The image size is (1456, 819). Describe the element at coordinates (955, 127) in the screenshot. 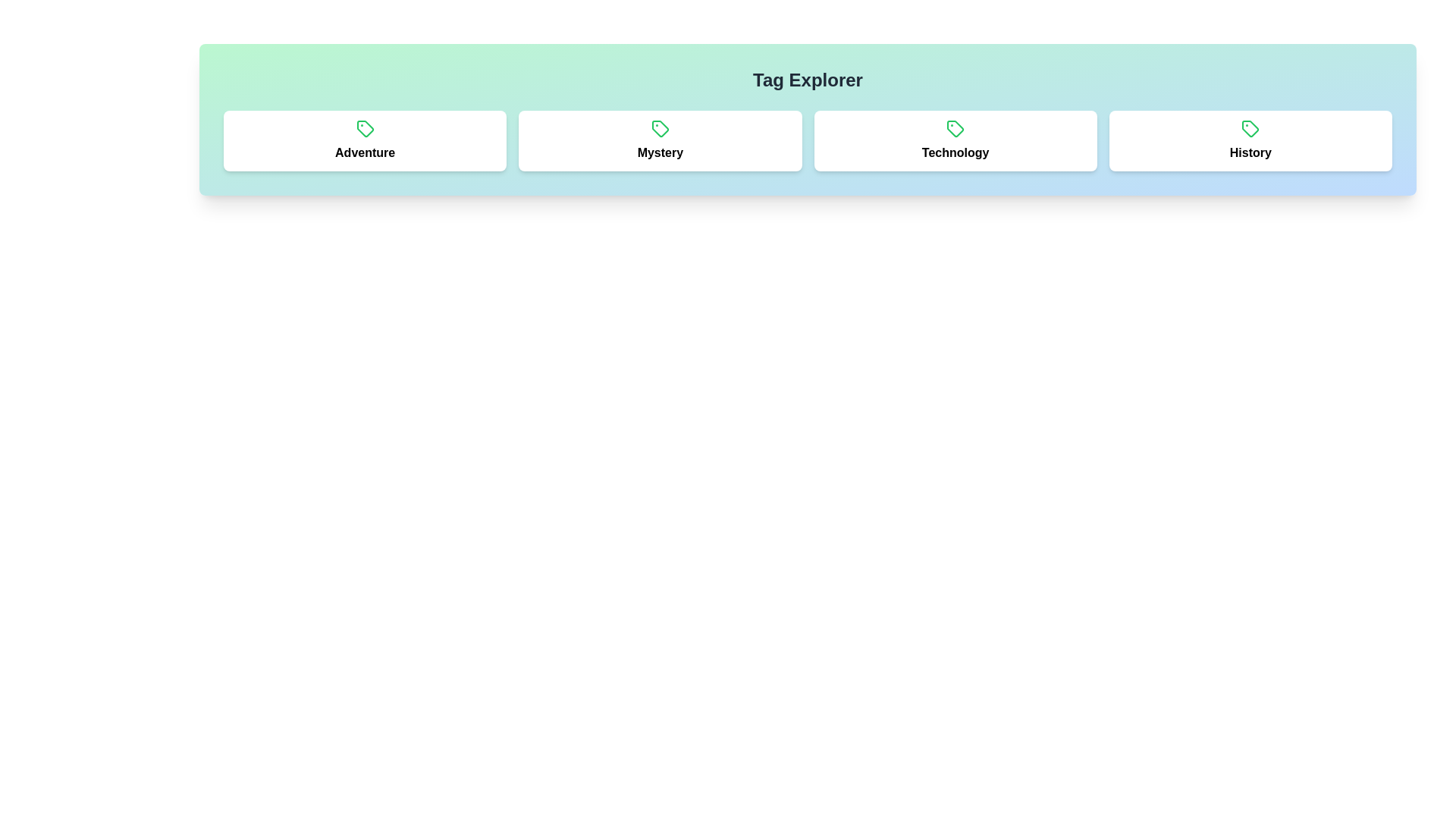

I see `the 'Technology' icon located at the top-center of the 'Technology' card` at that location.